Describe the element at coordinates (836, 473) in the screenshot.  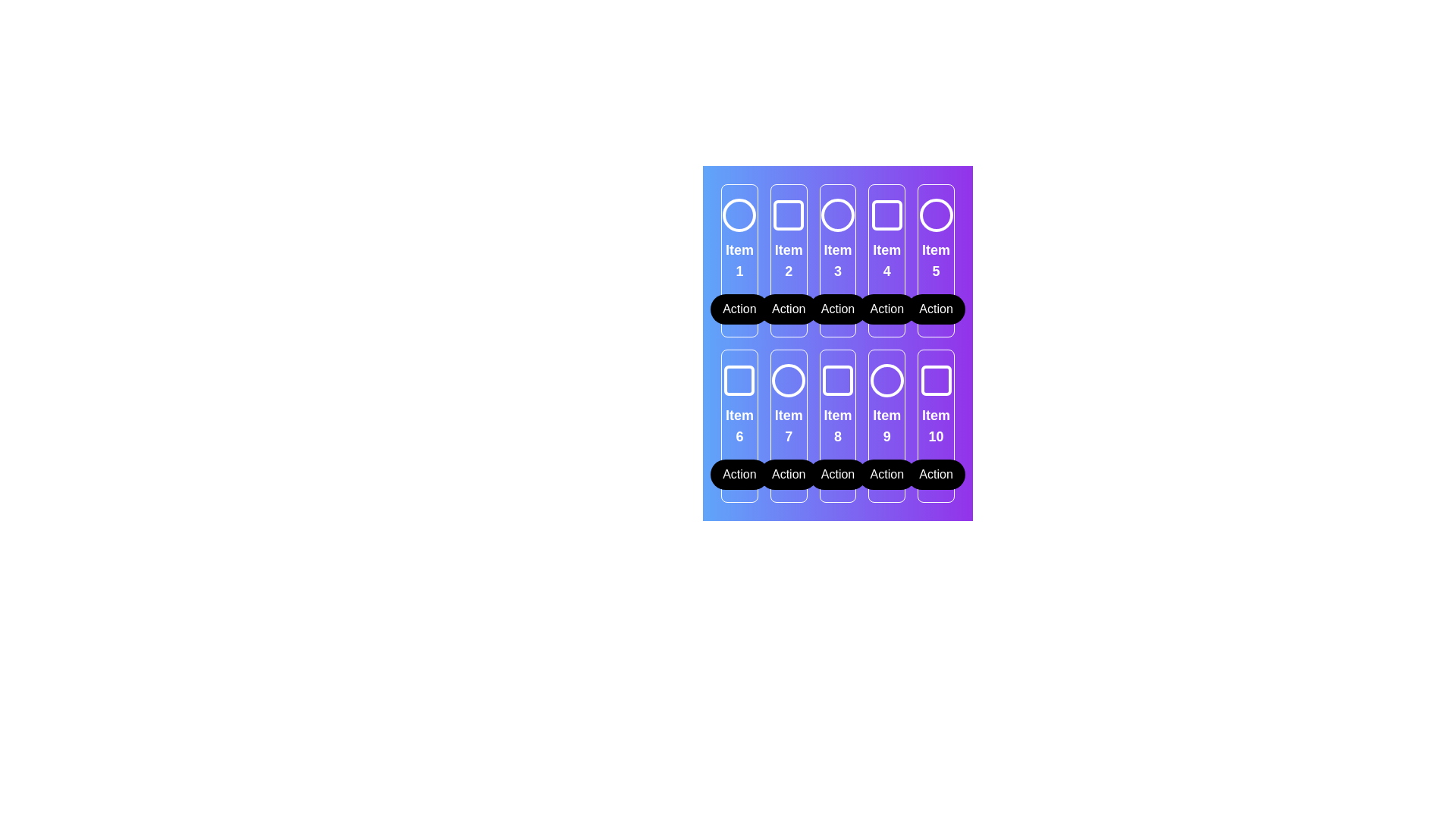
I see `the interactive button labeled 'Action' located in the bottom section of the card labeled 'Item 8'` at that location.